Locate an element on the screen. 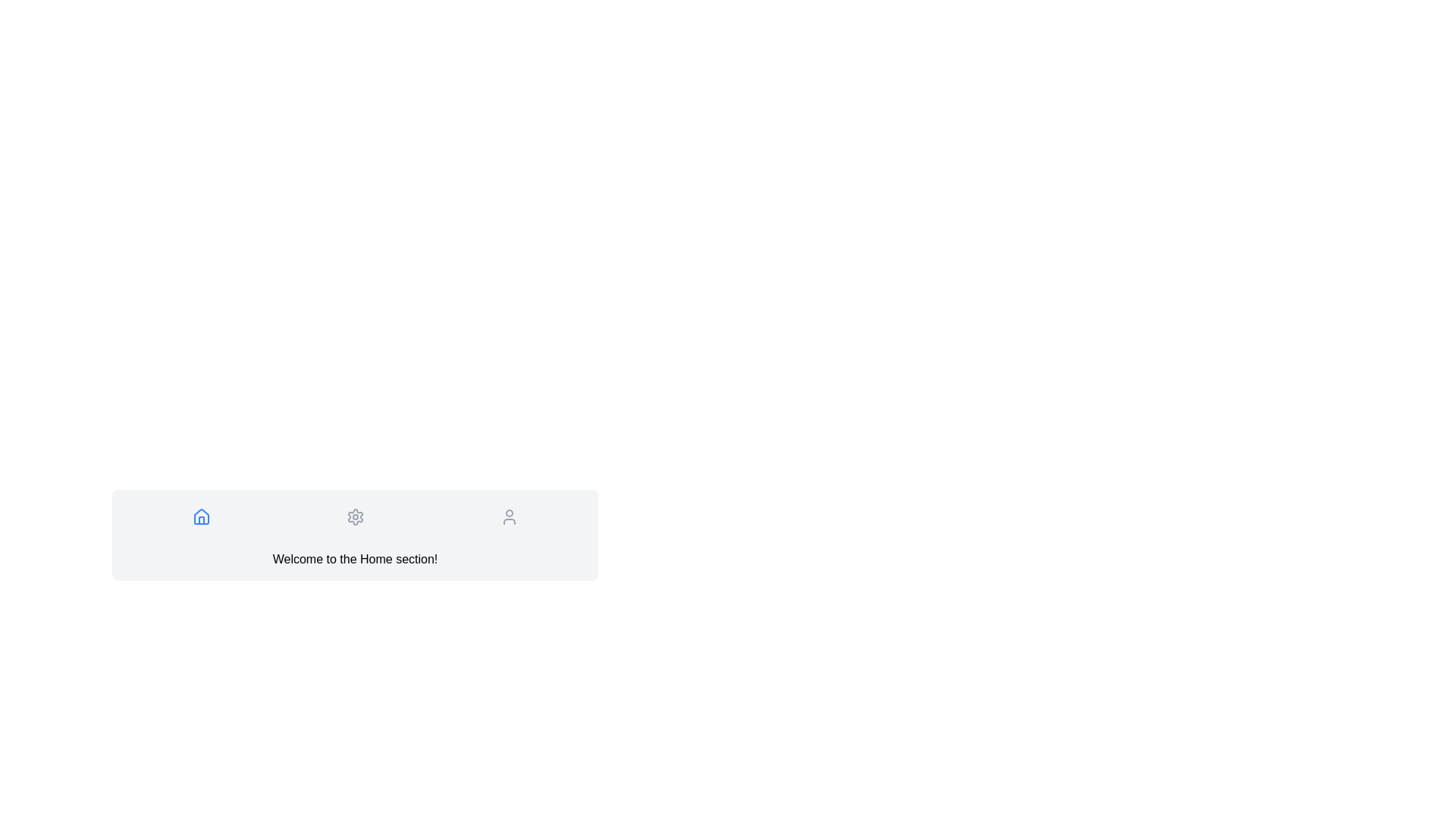  the leftmost icon in the bottom navigation bar that serves as a button to navigate to the home or main section of the application is located at coordinates (200, 516).